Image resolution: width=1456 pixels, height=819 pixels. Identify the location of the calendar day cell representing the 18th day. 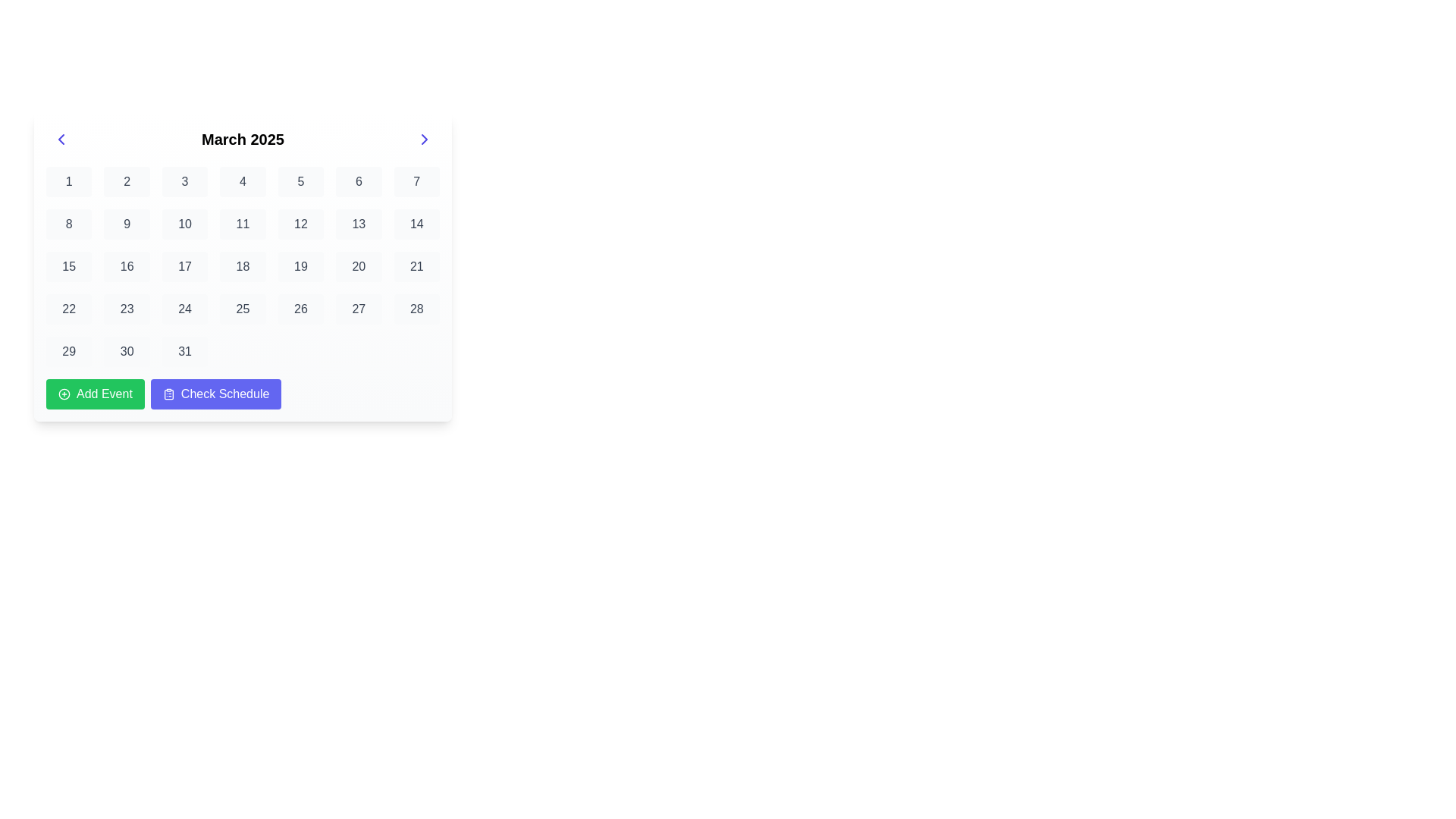
(243, 265).